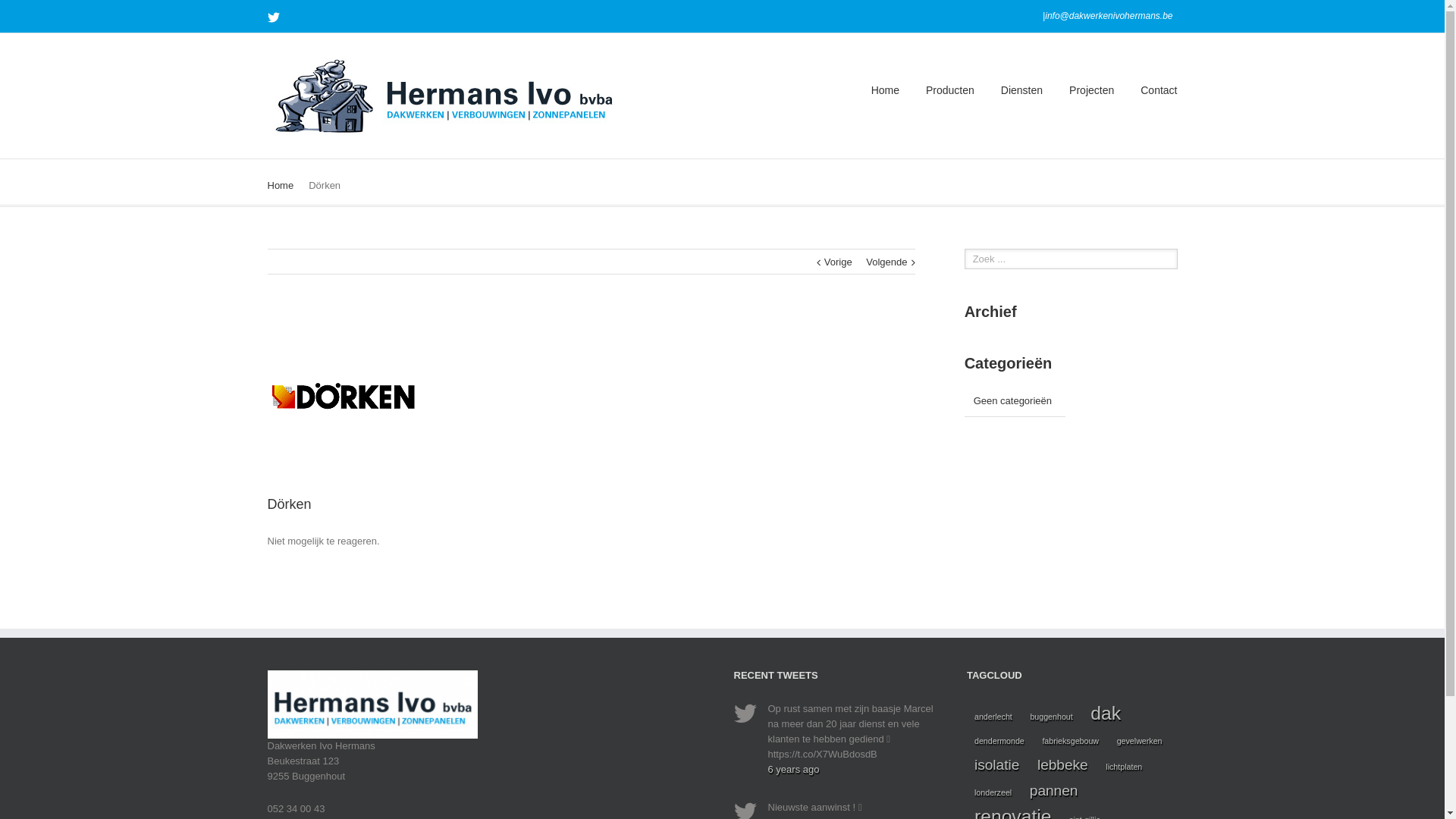 The image size is (1456, 819). Describe the element at coordinates (1157, 89) in the screenshot. I see `'Contact'` at that location.